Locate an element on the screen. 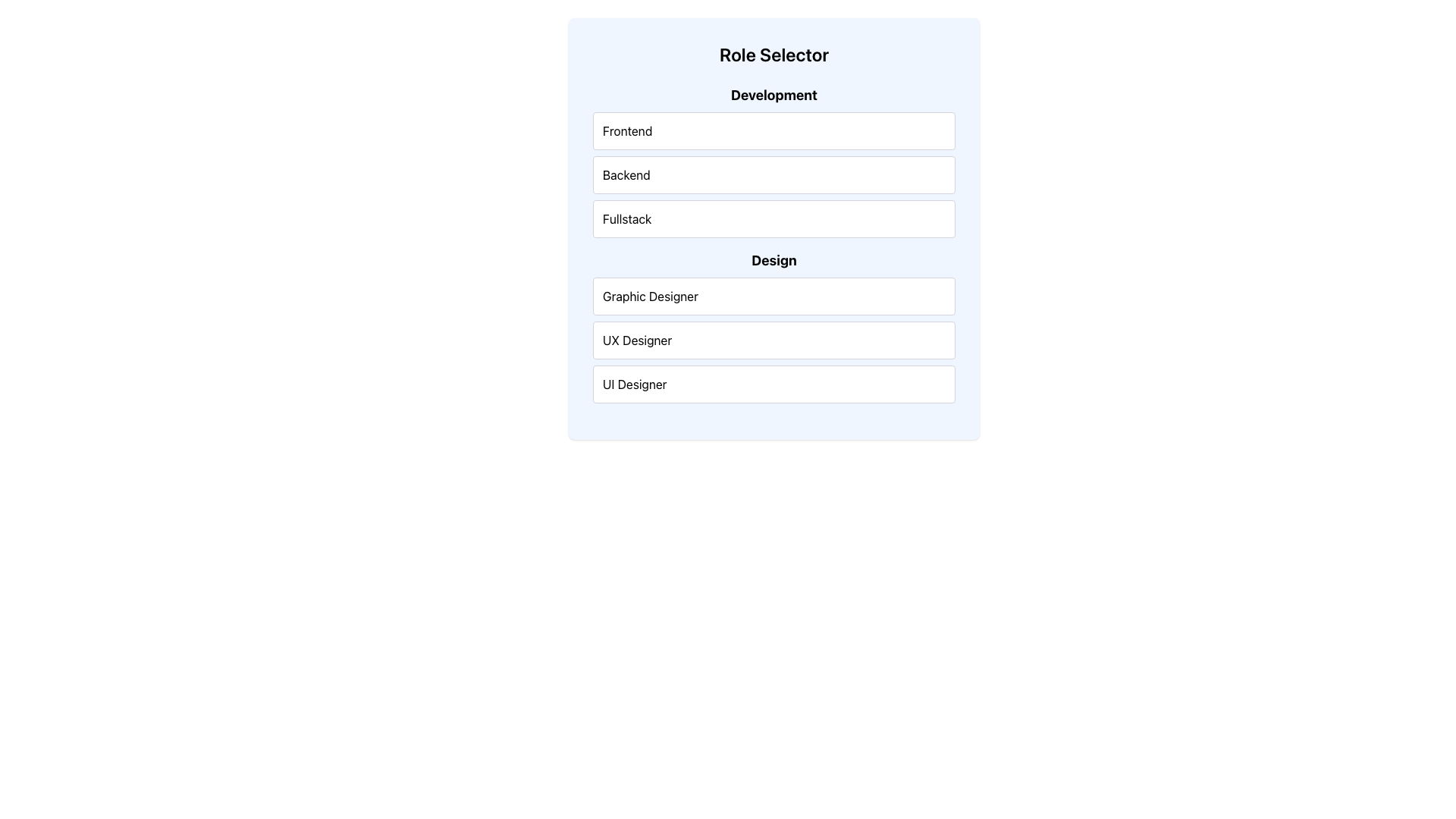  the first selectable option labeled 'Graphic Designer' in the role selection menu is located at coordinates (774, 296).